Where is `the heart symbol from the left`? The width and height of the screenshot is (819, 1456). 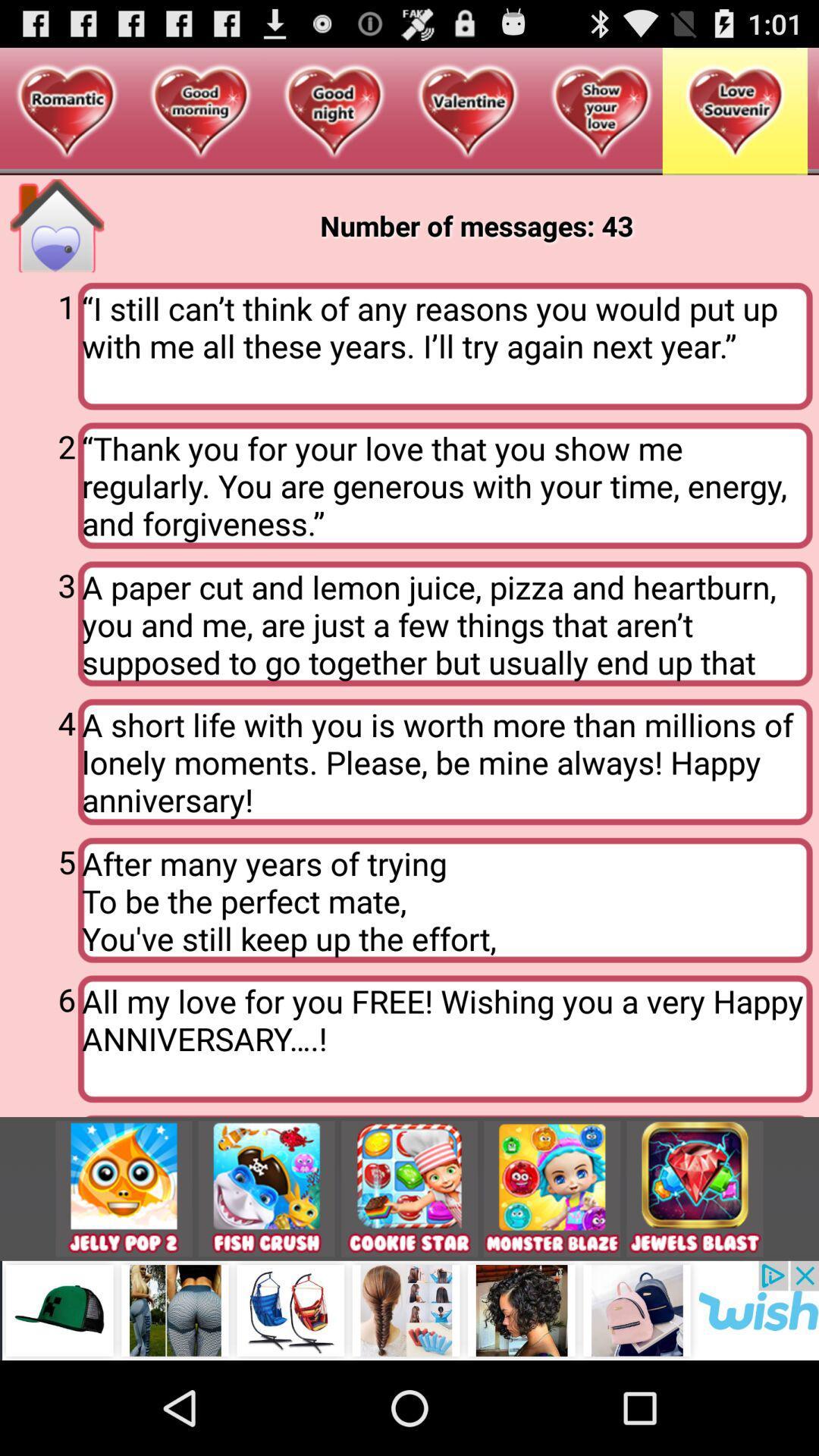 the heart symbol from the left is located at coordinates (66, 111).